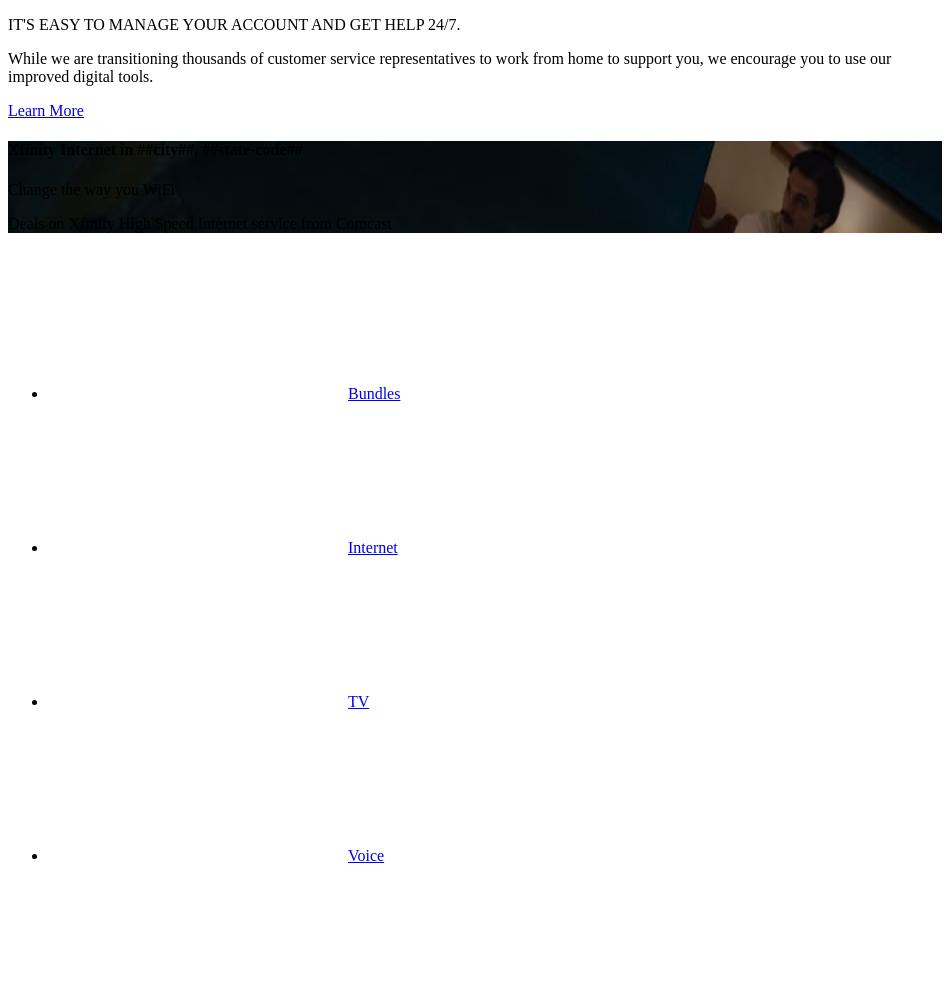 This screenshot has height=995, width=950. Describe the element at coordinates (346, 854) in the screenshot. I see `'Voice'` at that location.